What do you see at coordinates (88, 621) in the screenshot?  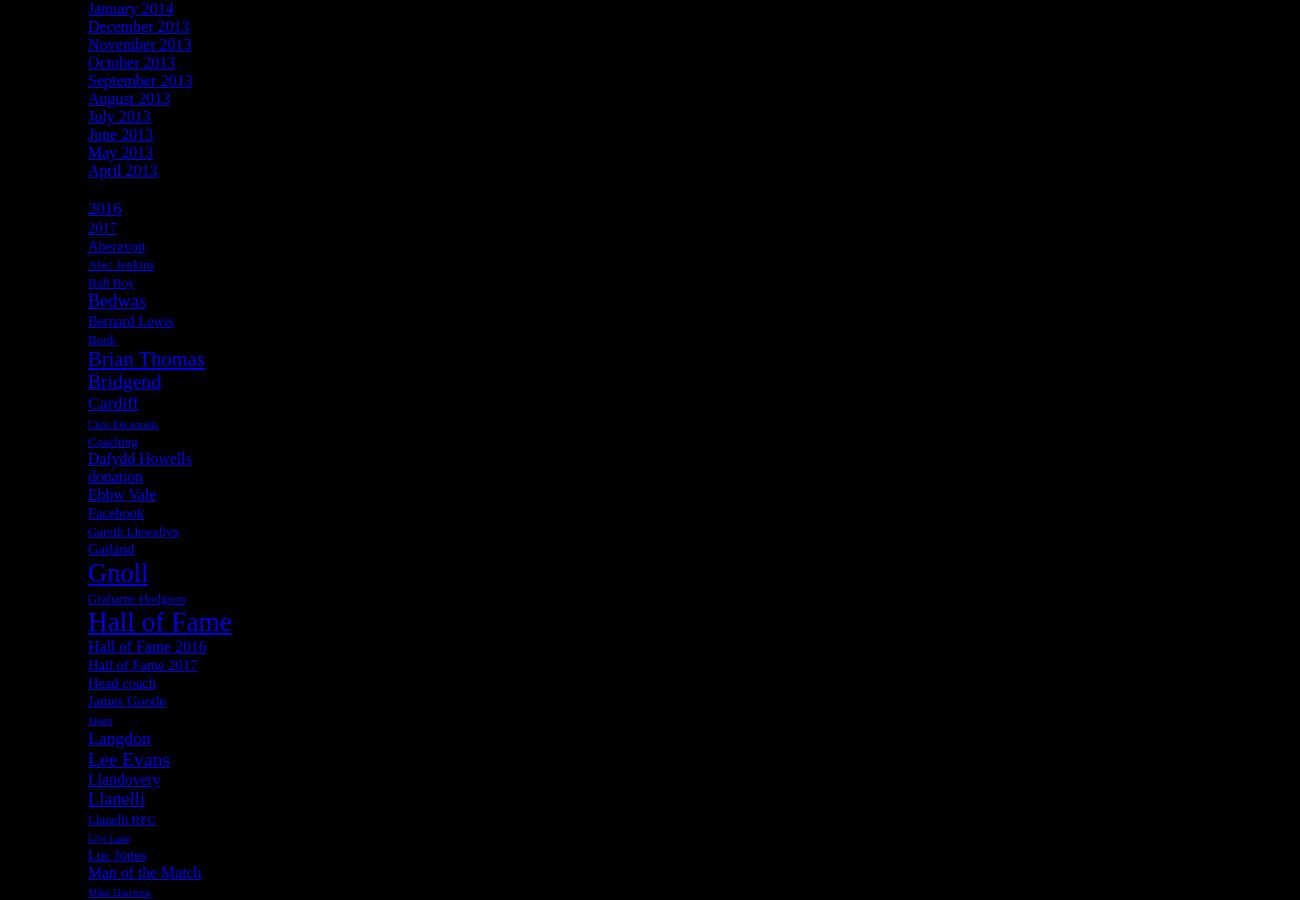 I see `'Hall of Fame'` at bounding box center [88, 621].